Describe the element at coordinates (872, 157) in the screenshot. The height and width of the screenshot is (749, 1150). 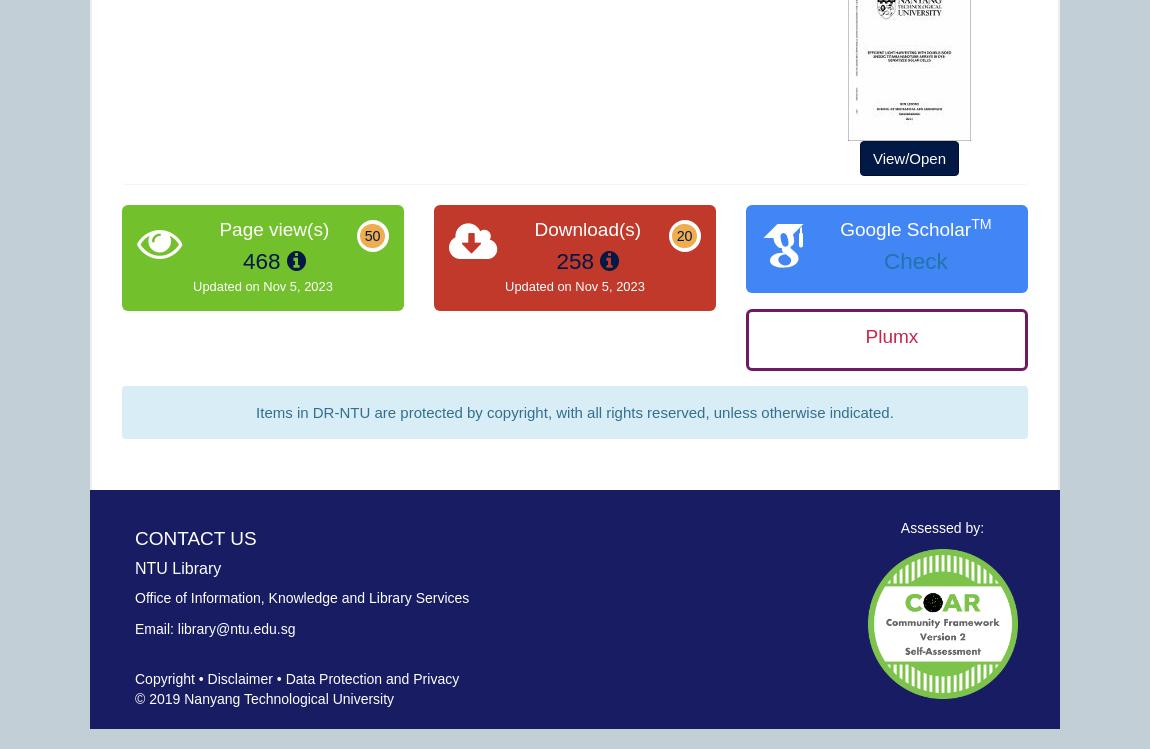
I see `'View/Open'` at that location.